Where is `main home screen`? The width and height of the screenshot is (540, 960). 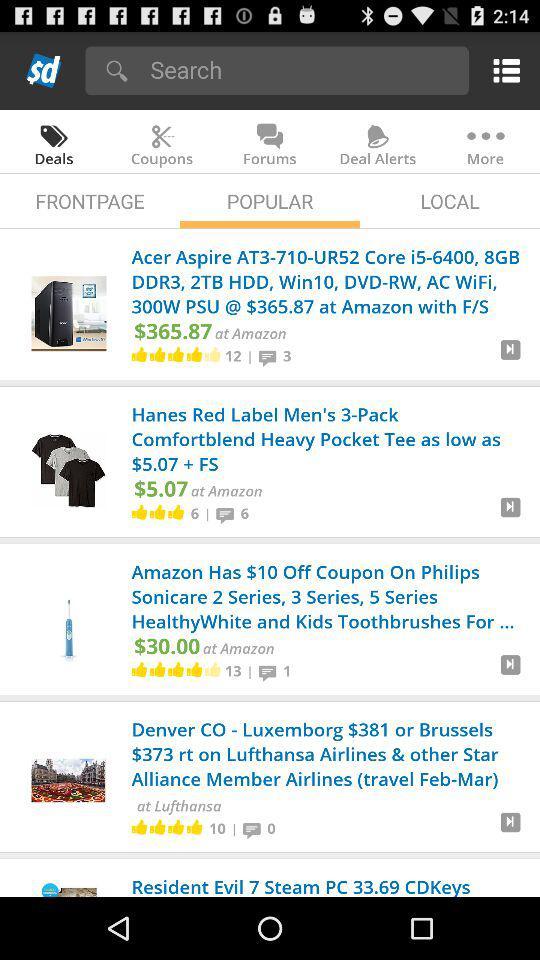 main home screen is located at coordinates (44, 70).